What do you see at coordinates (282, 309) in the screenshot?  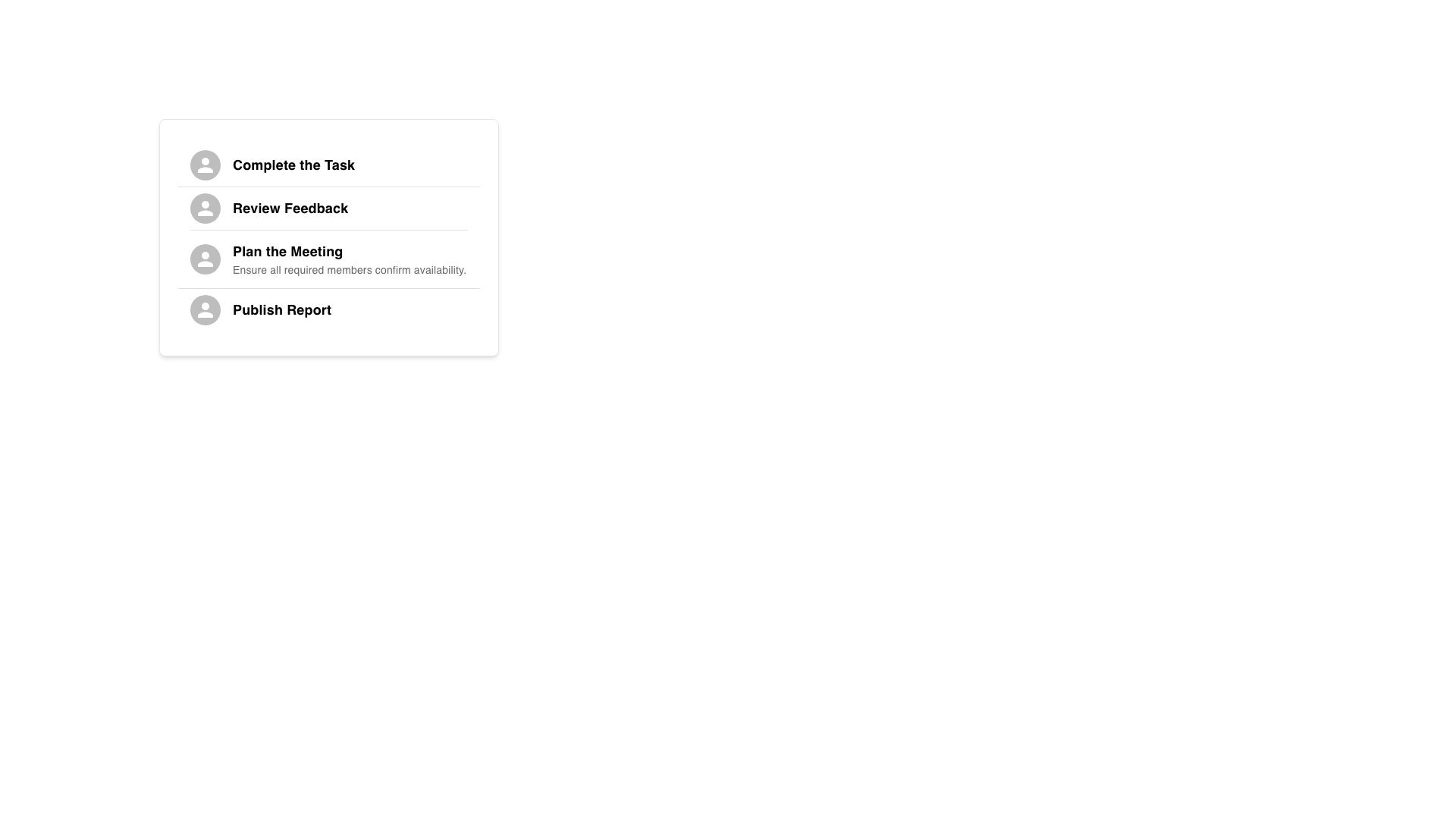 I see `the text label styled in bold, black font that contains the content 'Publish Report', which is the fourth item in a vertical list within a card-like UI component, positioned directly below 'Plan the Meeting'` at bounding box center [282, 309].